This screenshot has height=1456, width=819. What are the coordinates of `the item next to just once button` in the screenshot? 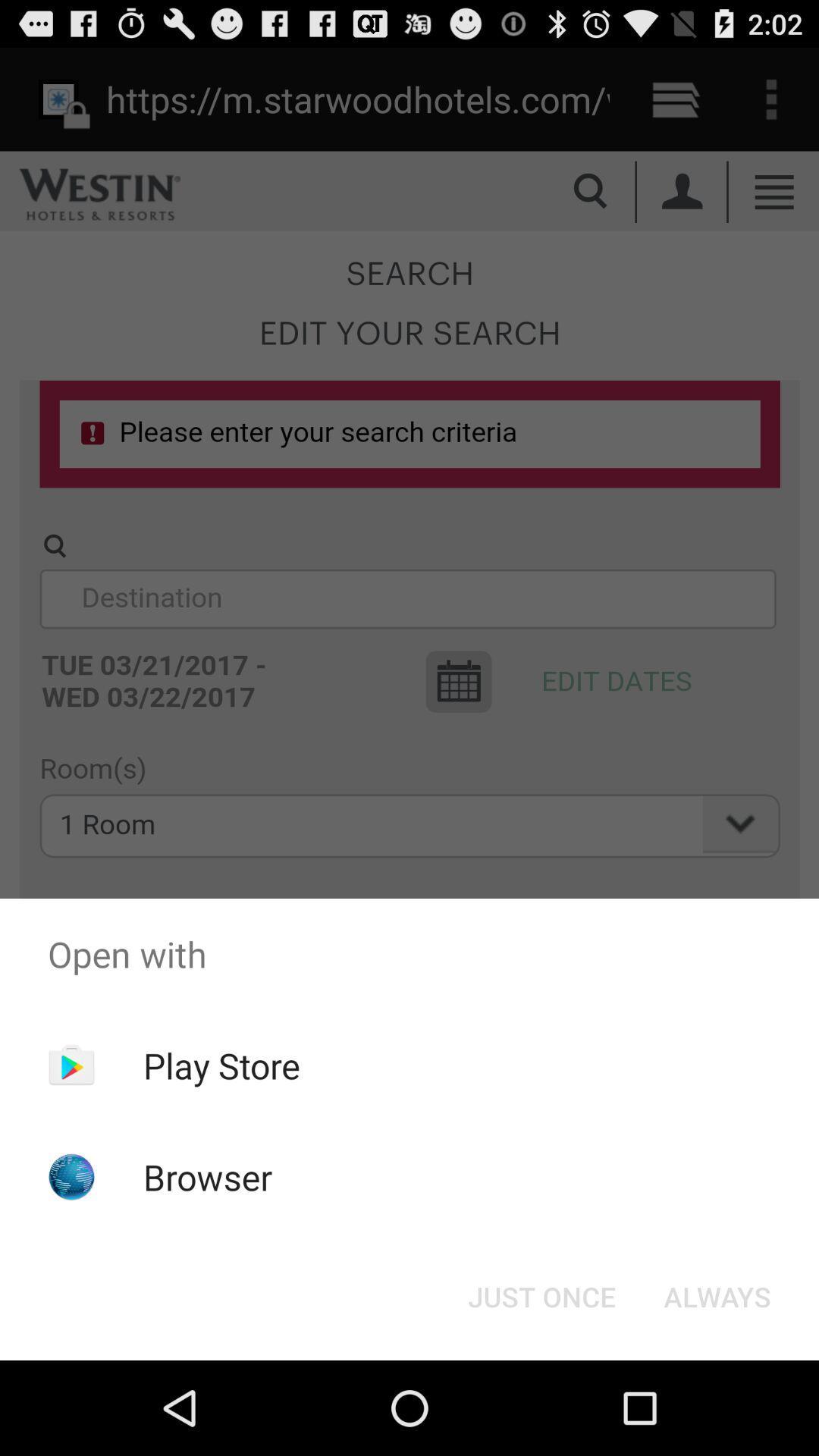 It's located at (717, 1295).